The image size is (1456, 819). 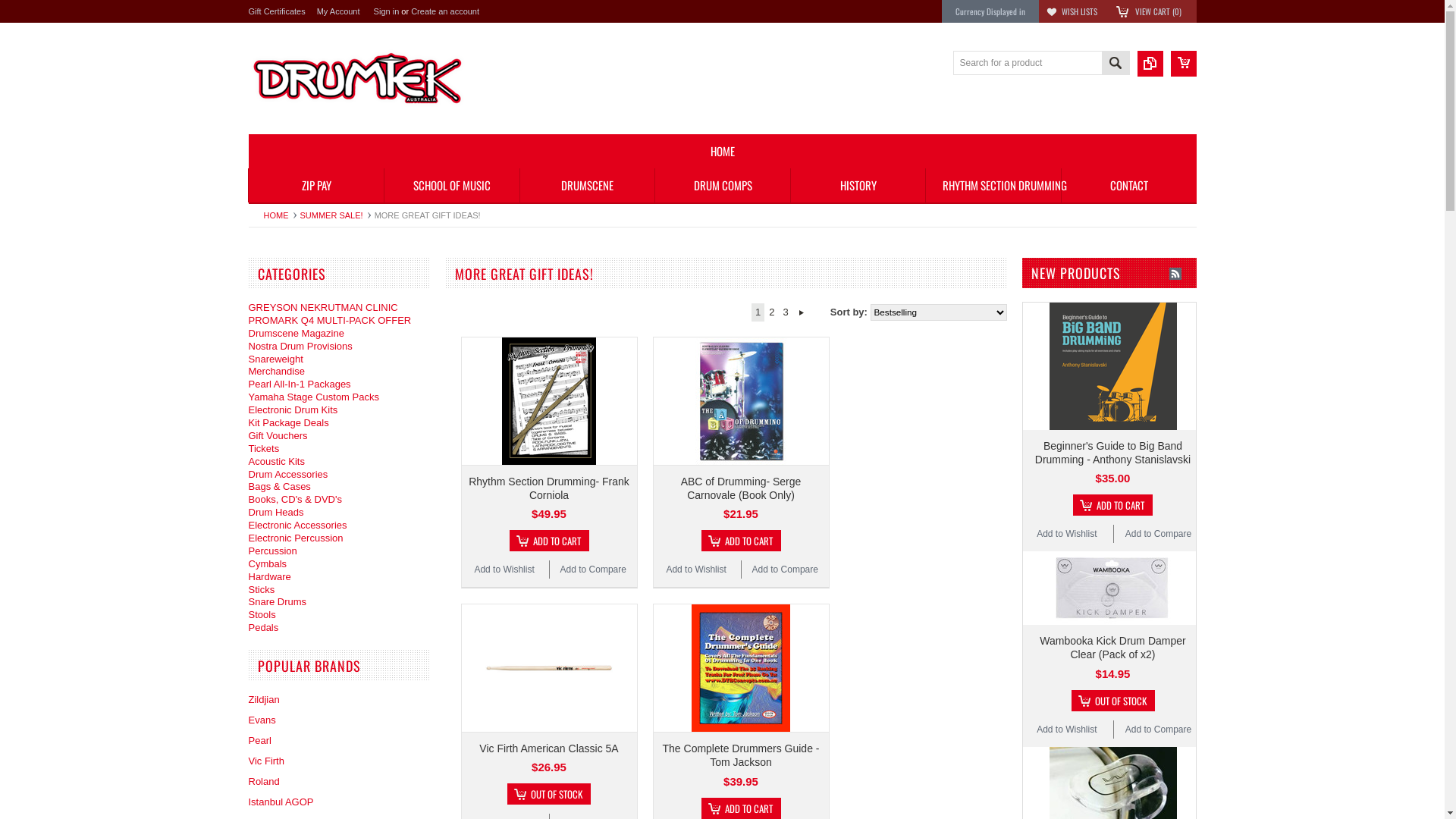 What do you see at coordinates (329, 319) in the screenshot?
I see `'PROMARK Q4 MULTI-PACK OFFER'` at bounding box center [329, 319].